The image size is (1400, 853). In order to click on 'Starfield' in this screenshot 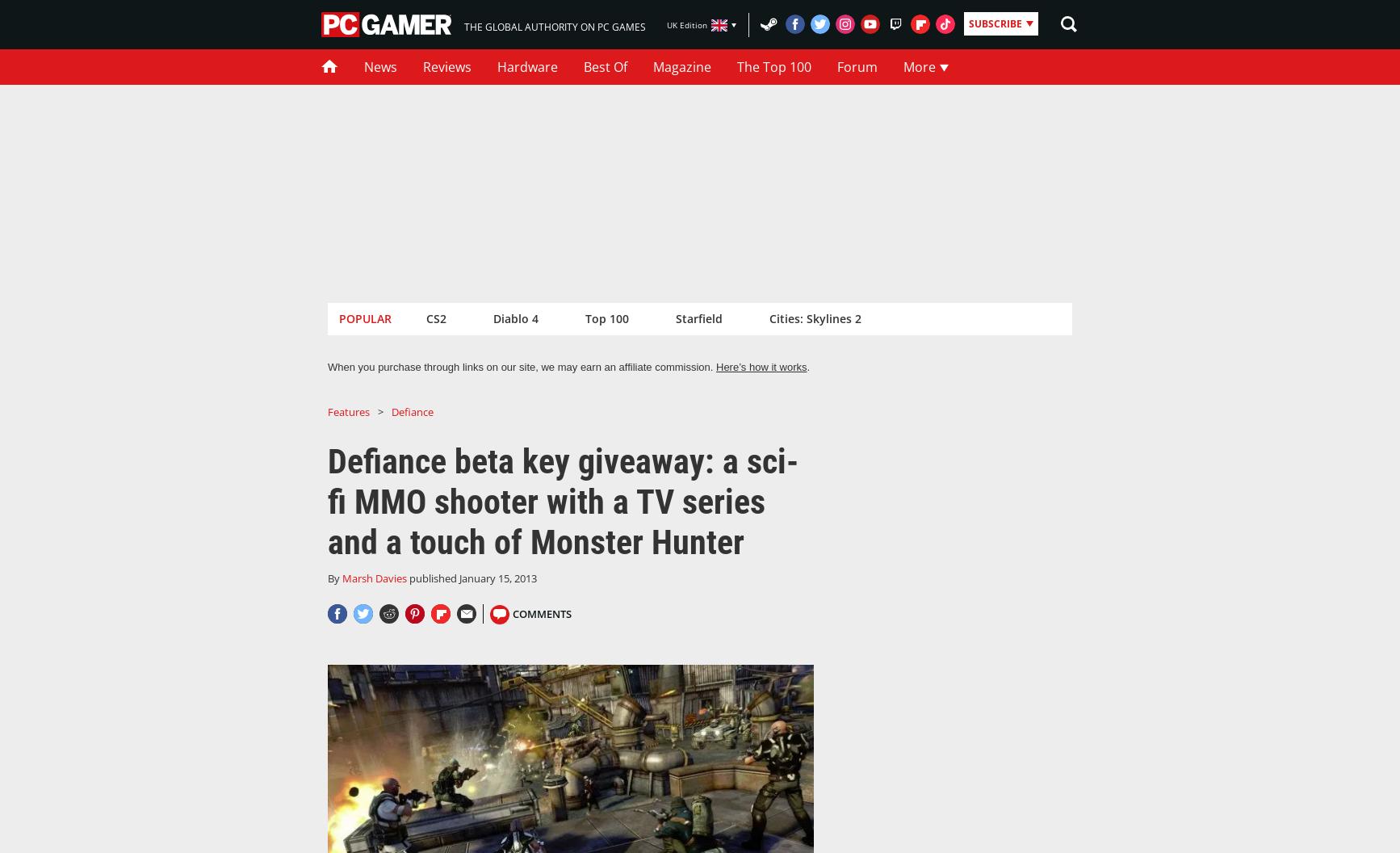, I will do `click(698, 317)`.